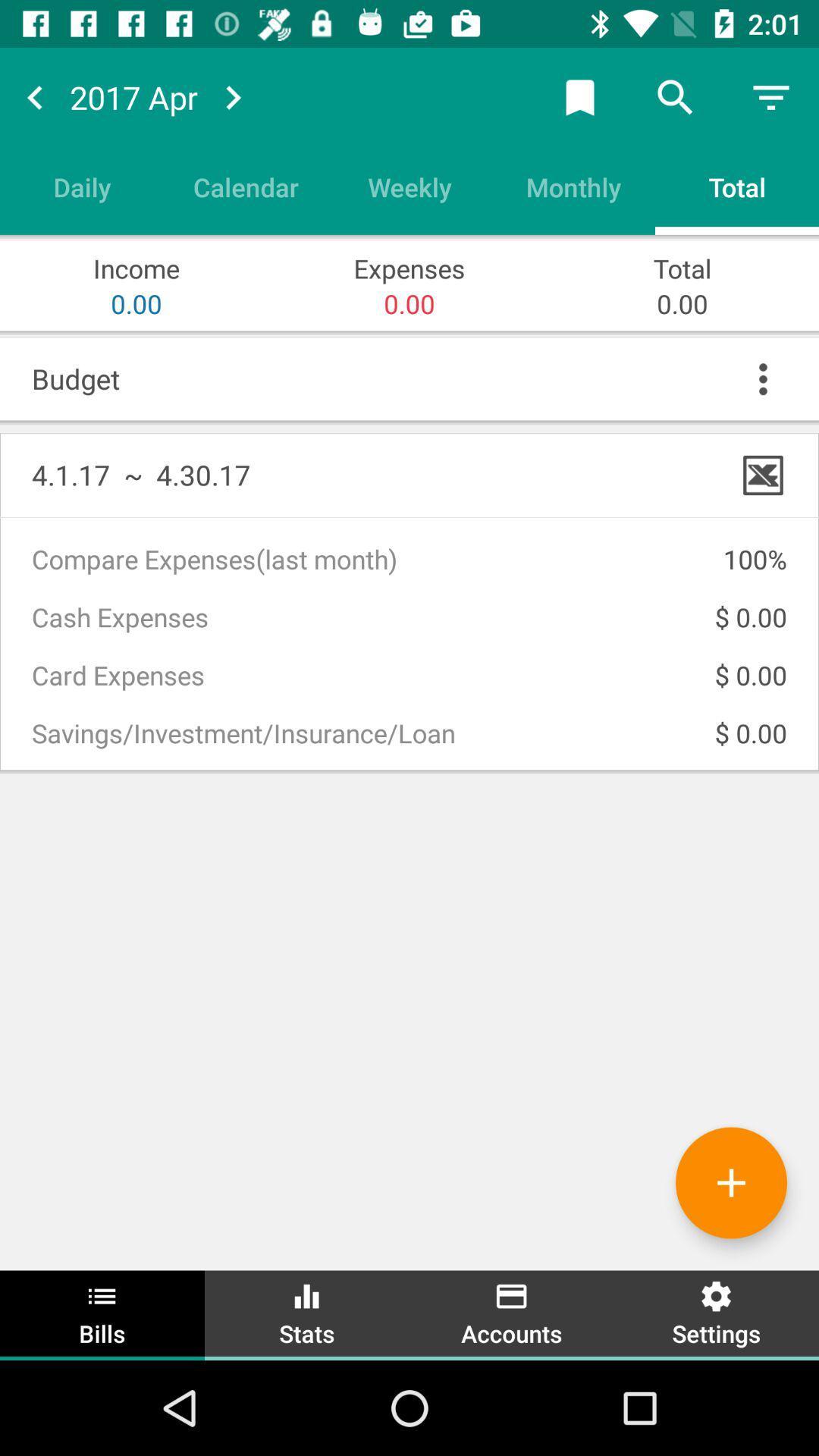 Image resolution: width=819 pixels, height=1456 pixels. What do you see at coordinates (233, 96) in the screenshot?
I see `the arrow_forward icon` at bounding box center [233, 96].